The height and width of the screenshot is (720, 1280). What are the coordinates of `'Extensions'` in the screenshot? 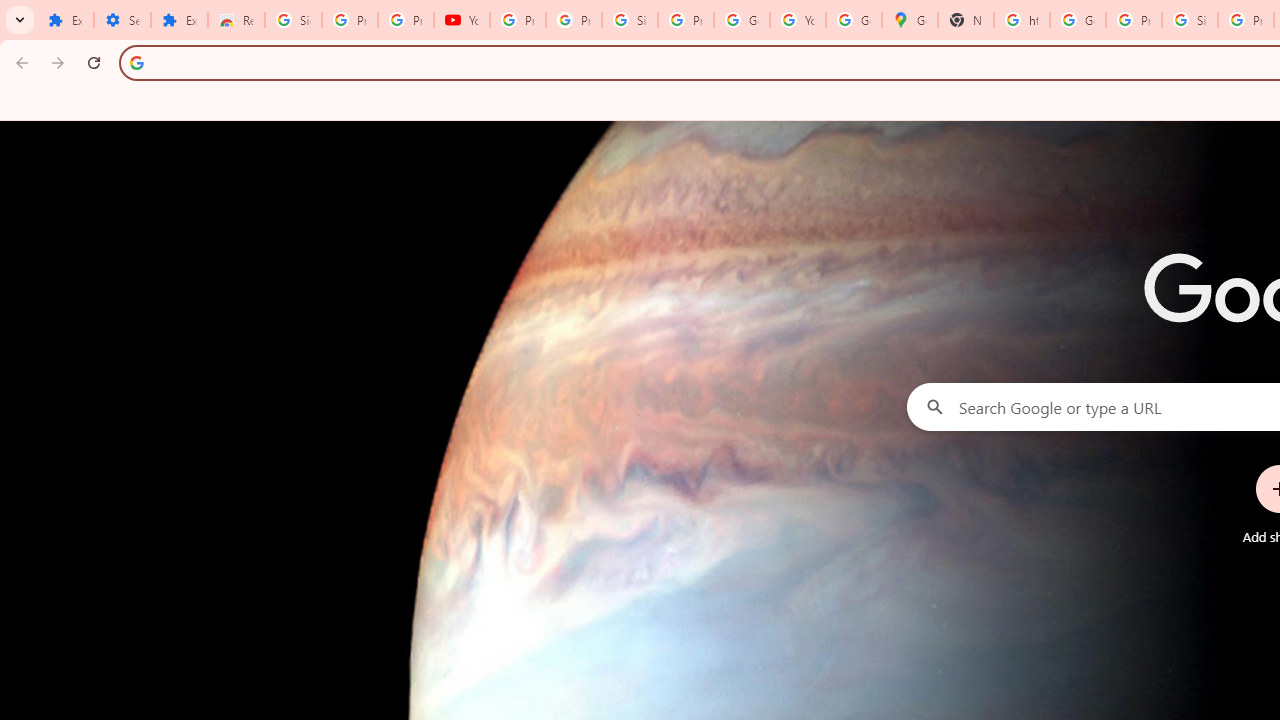 It's located at (65, 20).